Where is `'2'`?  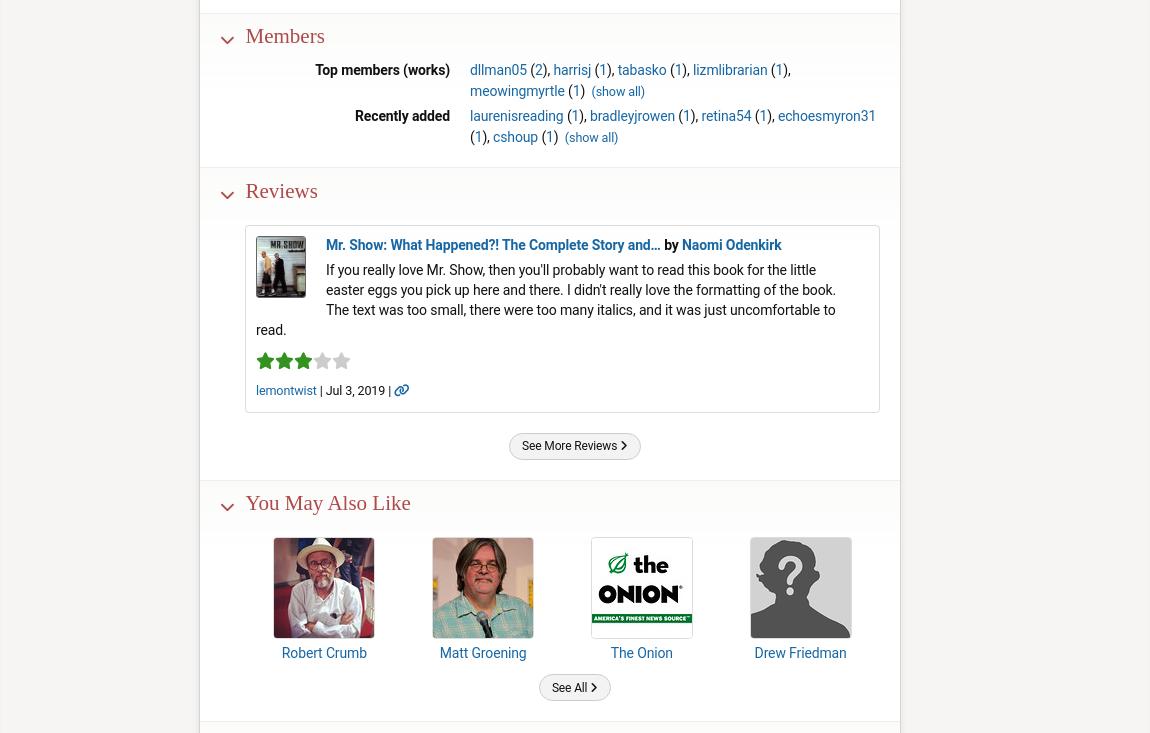
'2' is located at coordinates (537, 69).